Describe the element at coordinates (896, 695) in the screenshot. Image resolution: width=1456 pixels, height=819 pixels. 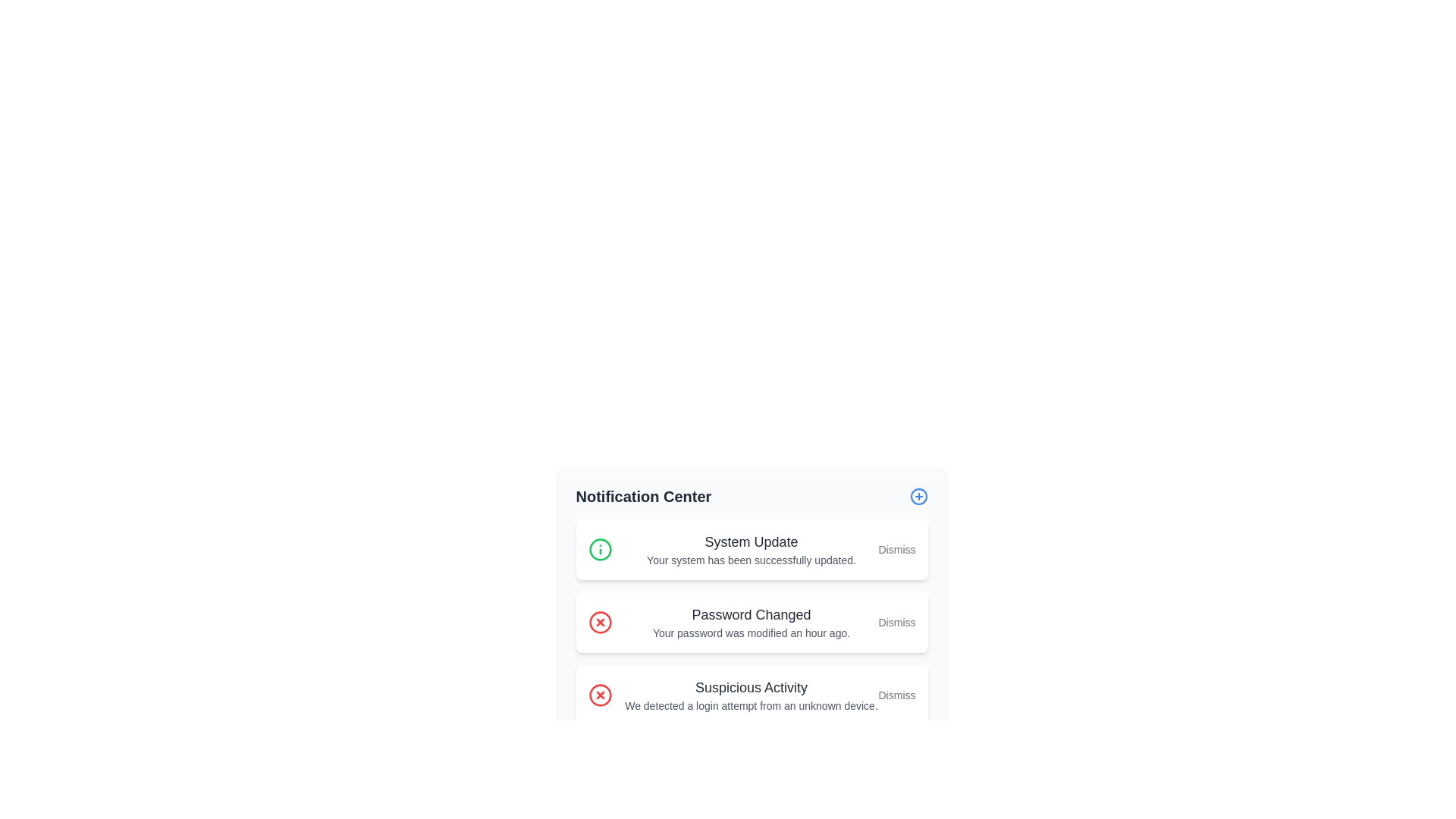
I see `the dismiss button located at the far-right of the 'Suspicious Activity' notification card` at that location.